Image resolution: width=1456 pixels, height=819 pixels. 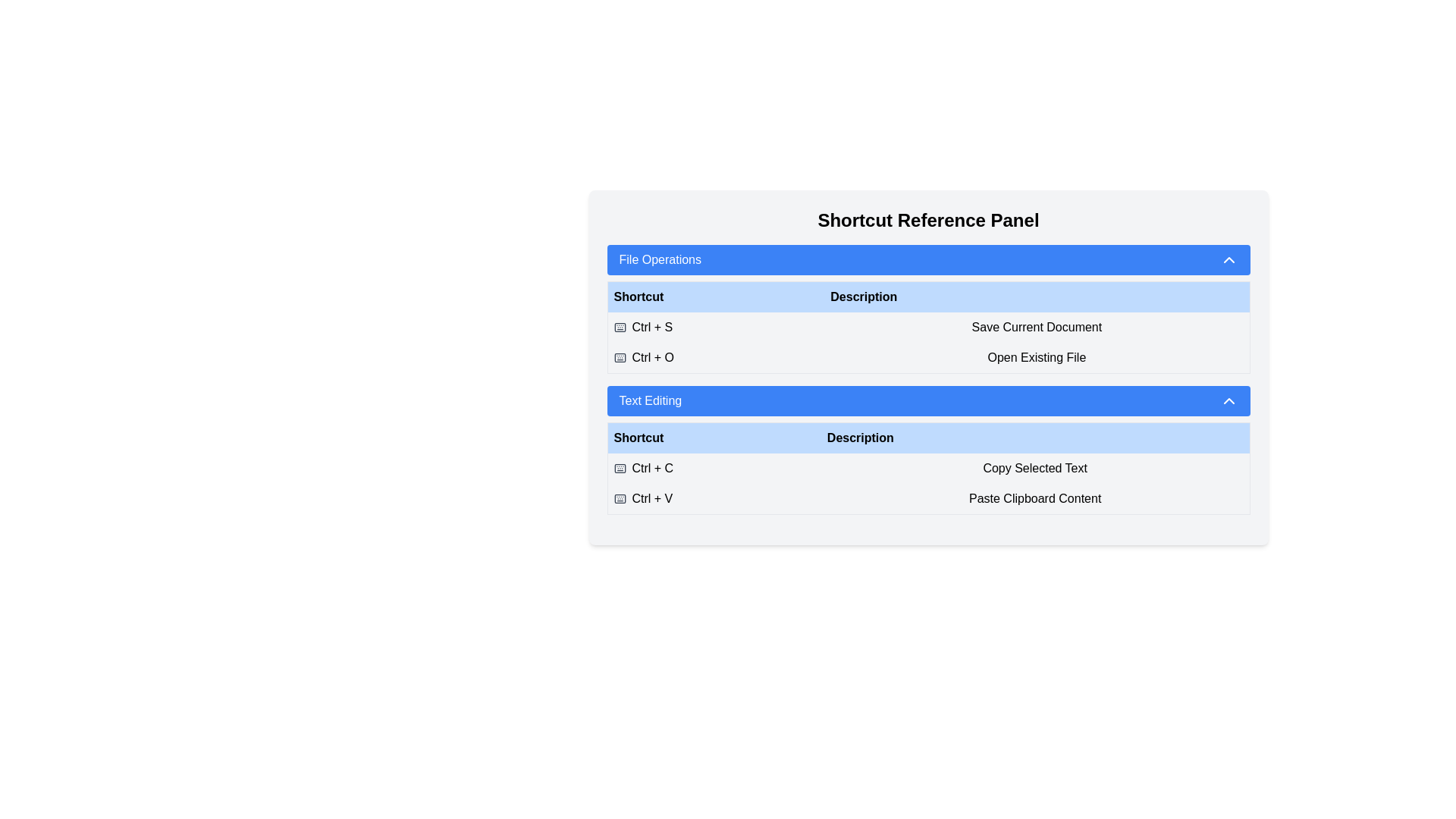 I want to click on the Informative Table Row containing the keyboard icon and the shortcut 'Ctrl + C' in the 'Text Editing' section of the shortcut reference panel, so click(x=927, y=467).